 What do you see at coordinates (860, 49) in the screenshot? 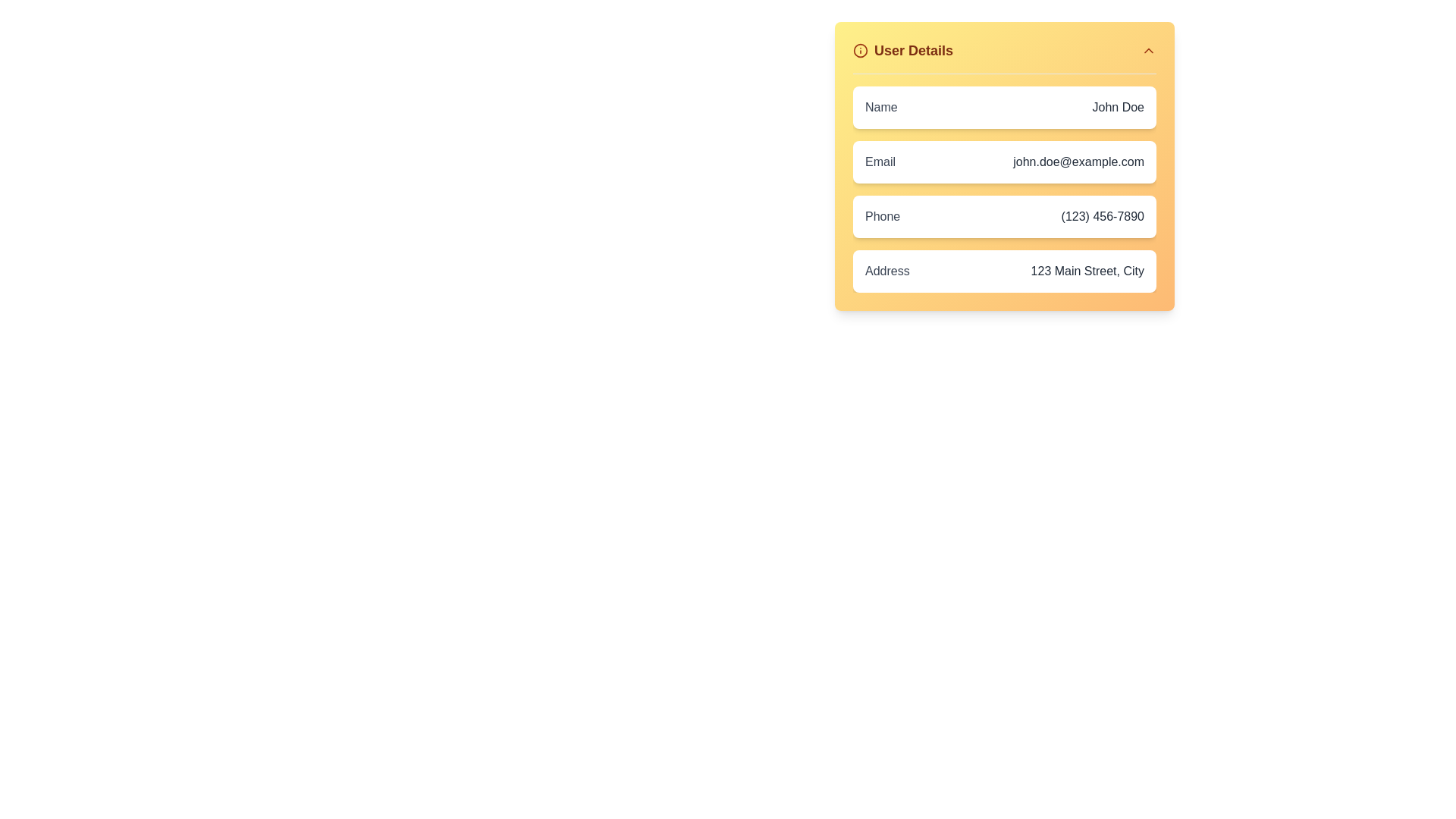
I see `the circular graphical shape that serves as the background of the 'User Details' icon located at the top left corner of the user interface` at bounding box center [860, 49].